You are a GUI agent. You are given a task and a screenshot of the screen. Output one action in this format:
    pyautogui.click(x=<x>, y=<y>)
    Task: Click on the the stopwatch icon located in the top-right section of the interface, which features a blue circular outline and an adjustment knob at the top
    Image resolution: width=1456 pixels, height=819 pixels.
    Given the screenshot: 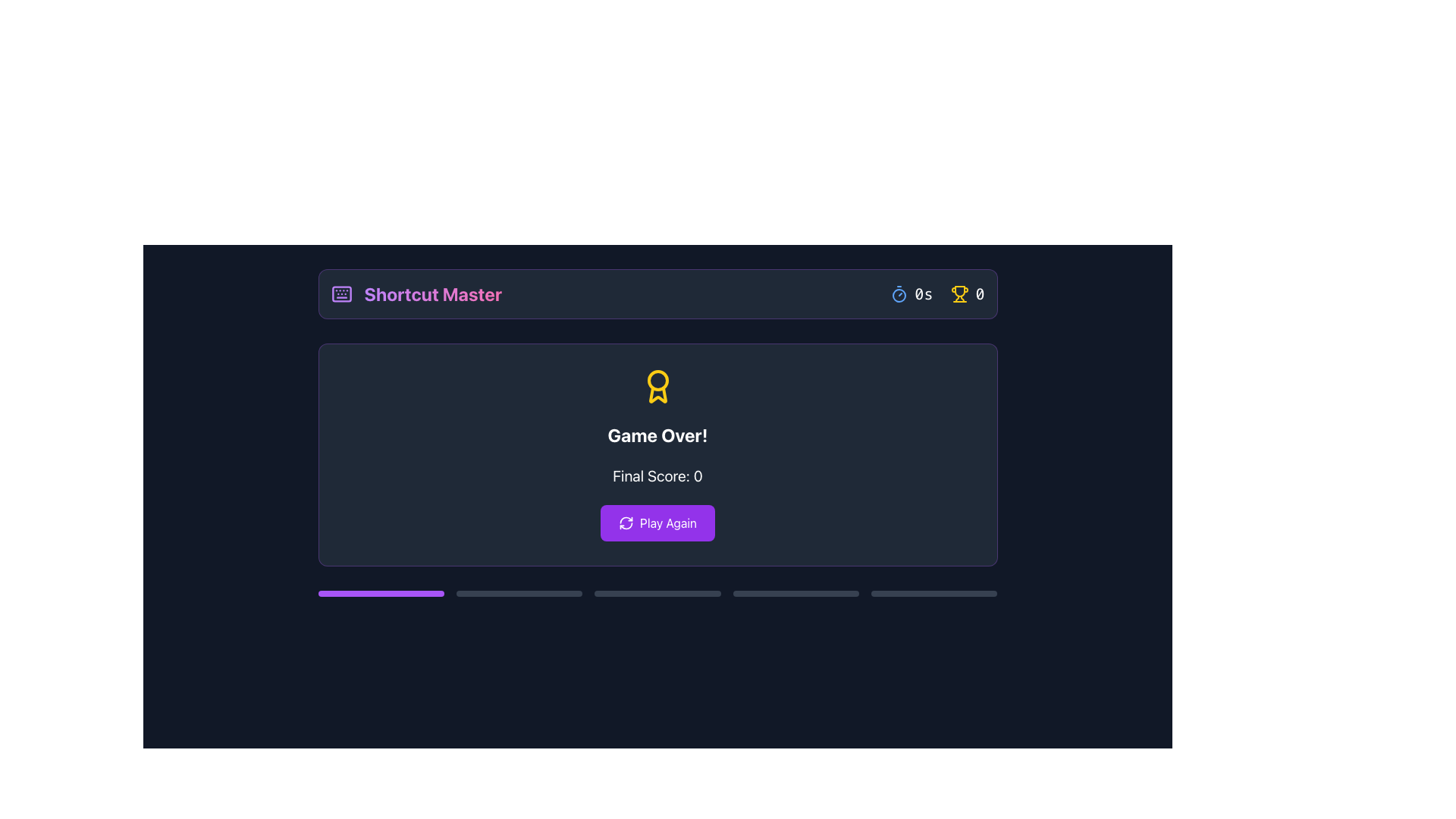 What is the action you would take?
    pyautogui.click(x=899, y=294)
    